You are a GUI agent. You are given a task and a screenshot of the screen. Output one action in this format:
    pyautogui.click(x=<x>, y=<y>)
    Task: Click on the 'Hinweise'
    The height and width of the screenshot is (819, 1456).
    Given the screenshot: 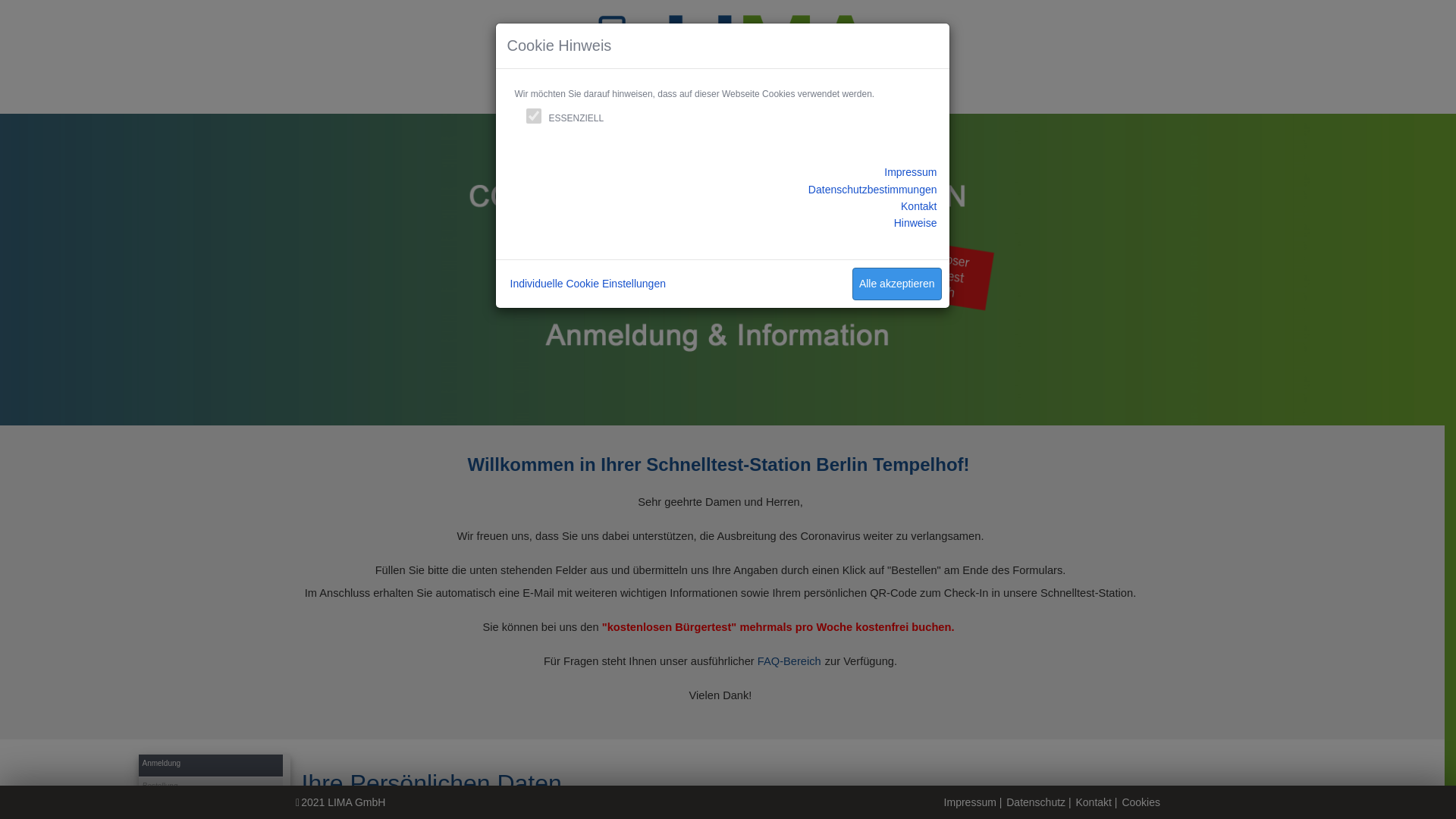 What is the action you would take?
    pyautogui.click(x=915, y=222)
    